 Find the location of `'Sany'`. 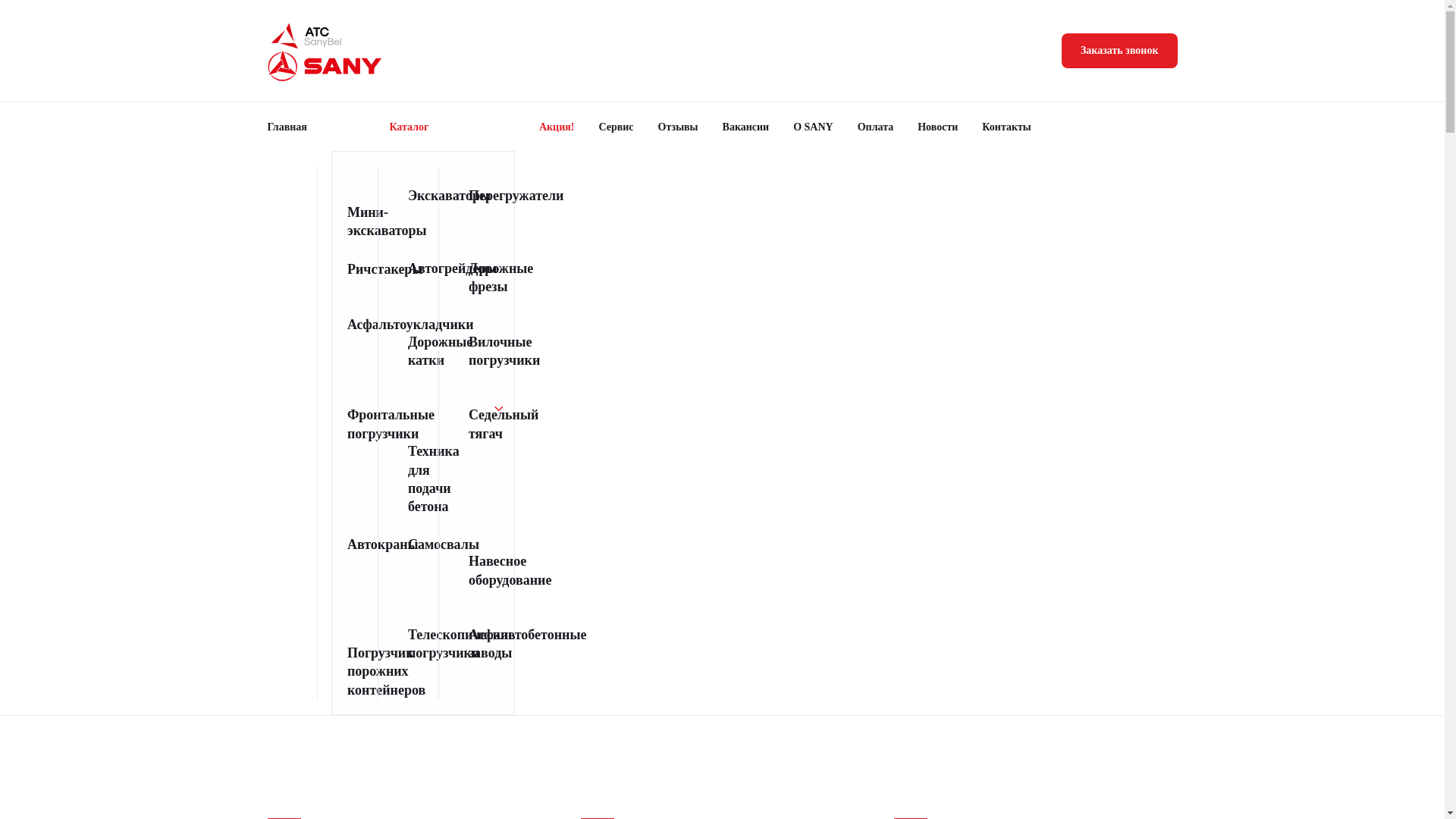

'Sany' is located at coordinates (266, 65).